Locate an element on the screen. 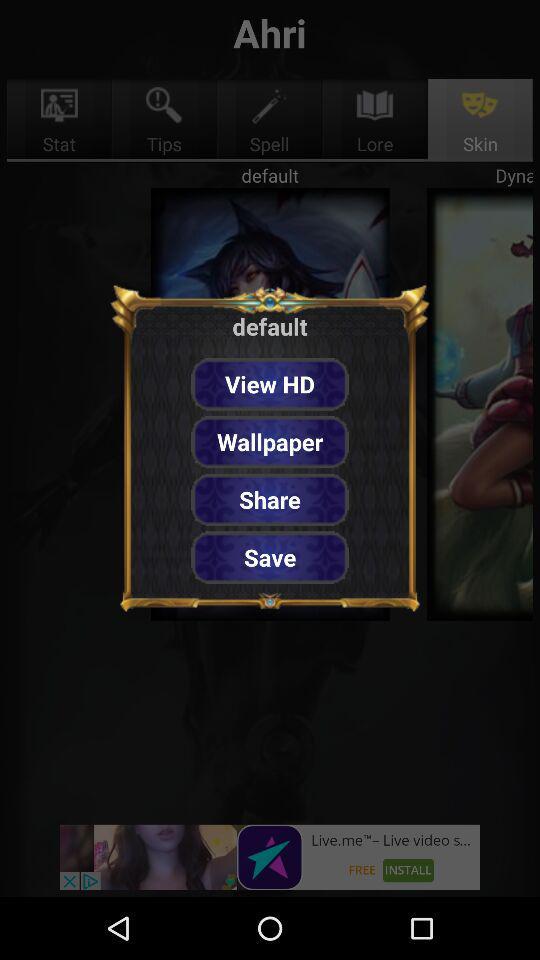 The image size is (540, 960). the item above share button is located at coordinates (270, 442).